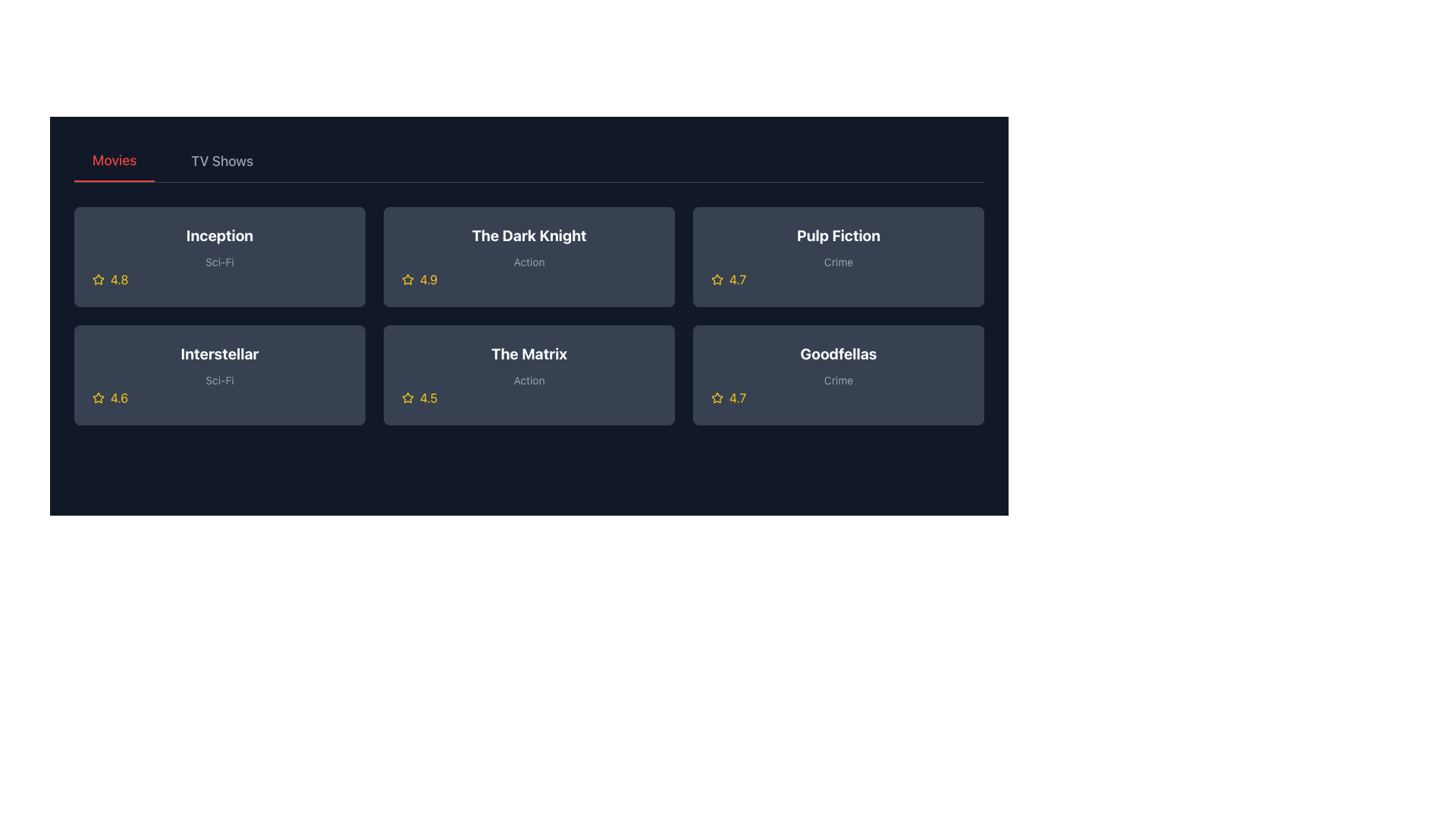  What do you see at coordinates (577, 256) in the screenshot?
I see `the button to add 'The Dark Knight' to a list, which is located in the top-right region of the card in the second column of the first row of the grid` at bounding box center [577, 256].